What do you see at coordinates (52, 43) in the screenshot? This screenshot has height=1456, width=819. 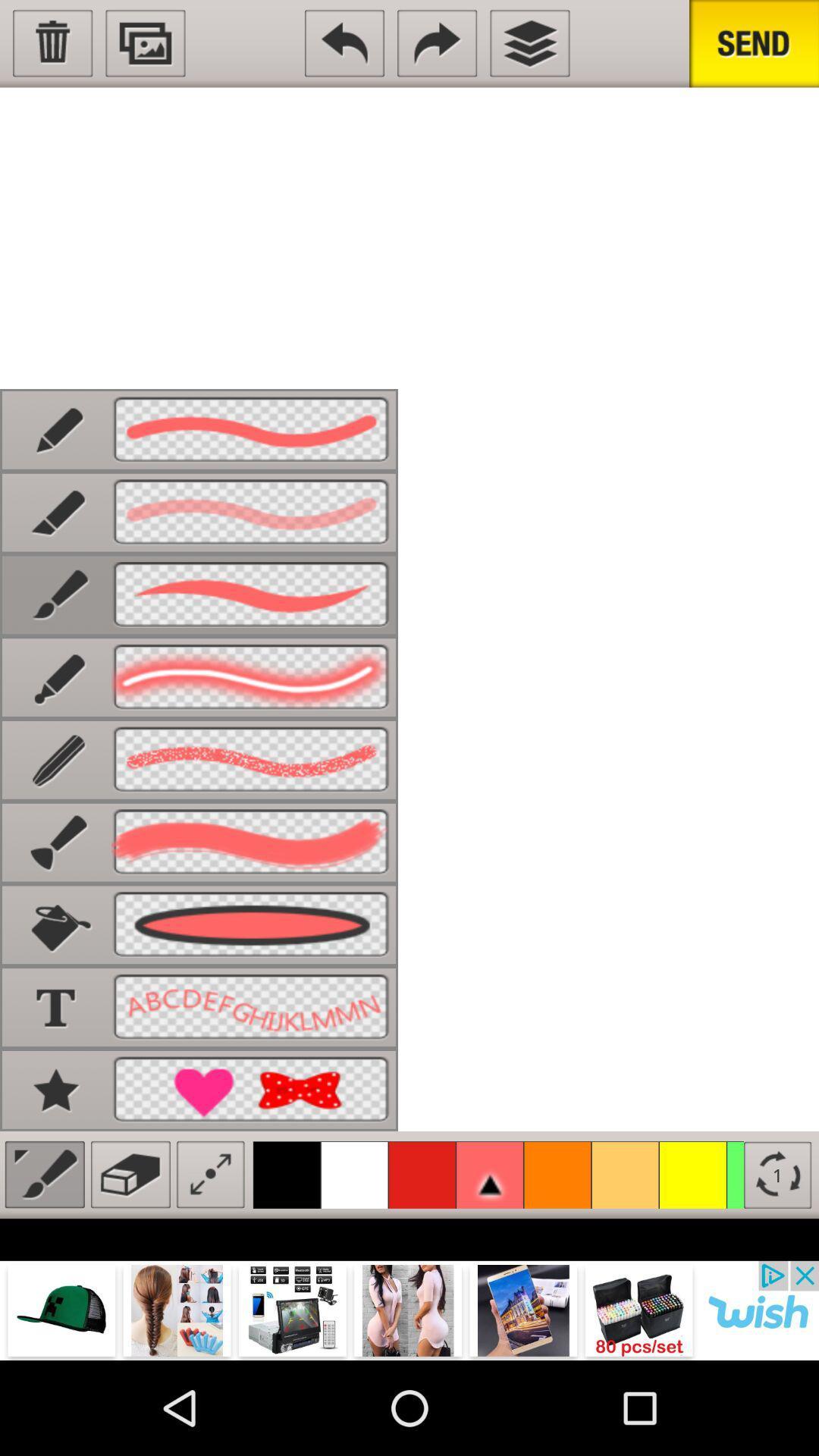 I see `delete` at bounding box center [52, 43].